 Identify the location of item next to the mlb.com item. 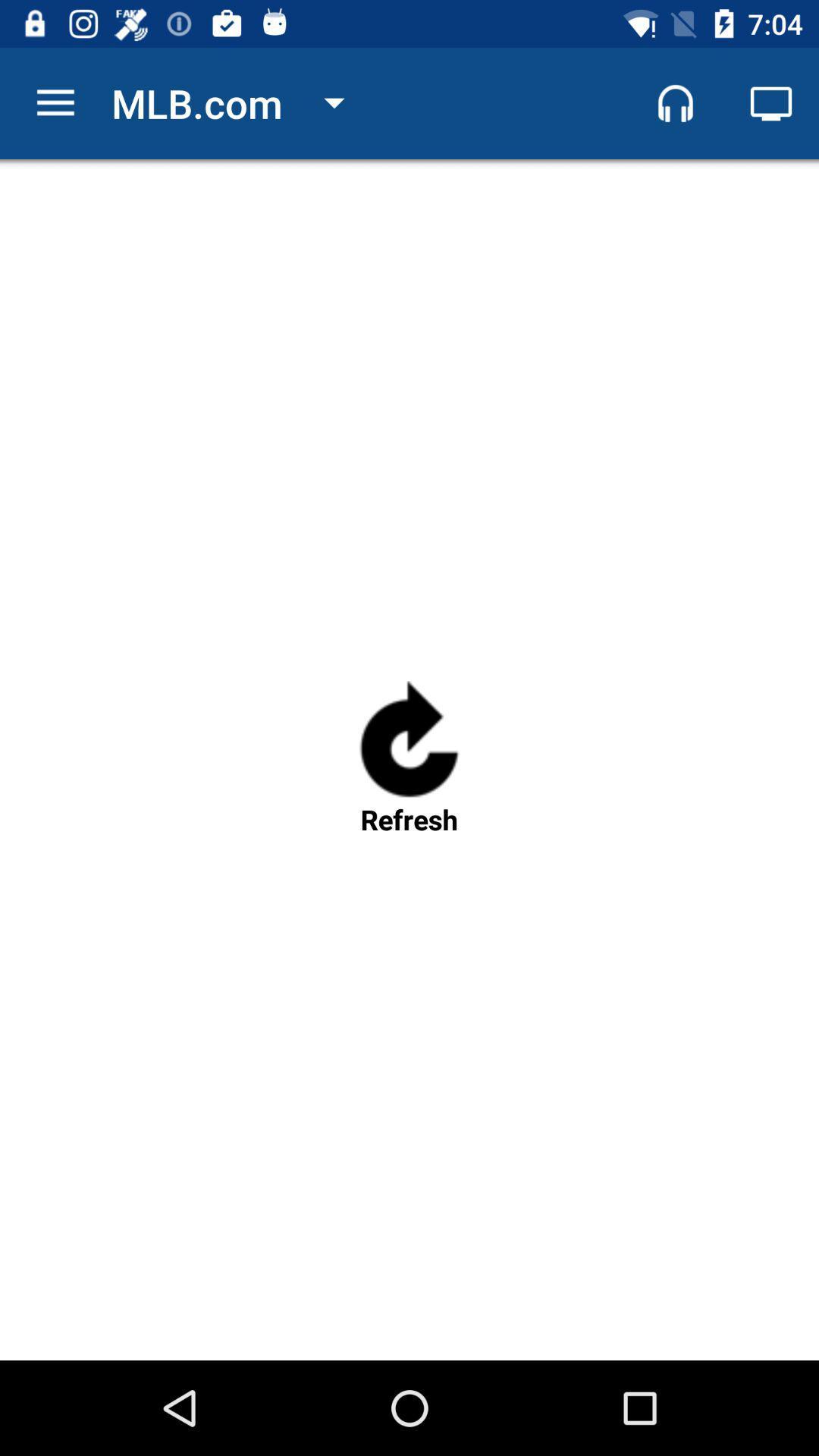
(55, 102).